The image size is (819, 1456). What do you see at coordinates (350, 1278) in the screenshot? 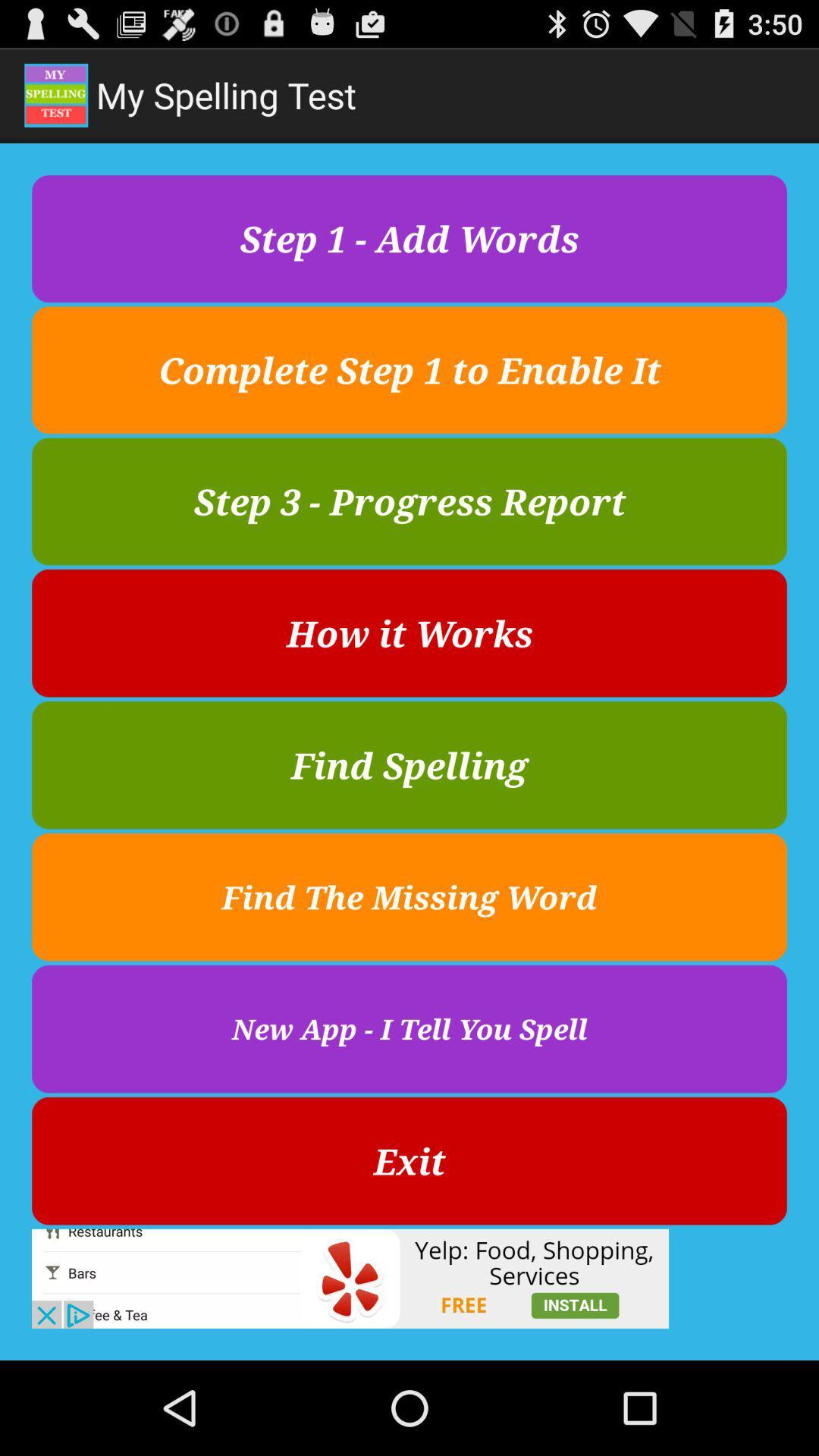
I see `advertisement` at bounding box center [350, 1278].